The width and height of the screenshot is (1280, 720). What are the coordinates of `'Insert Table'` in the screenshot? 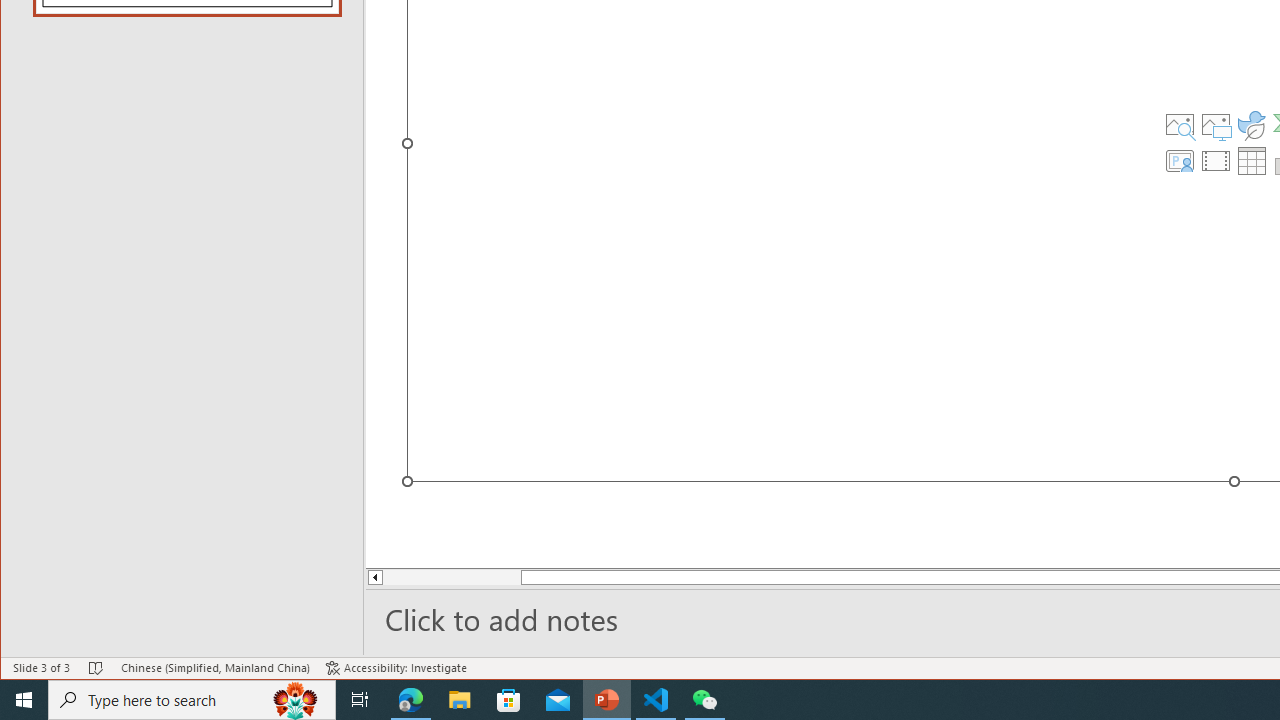 It's located at (1251, 159).